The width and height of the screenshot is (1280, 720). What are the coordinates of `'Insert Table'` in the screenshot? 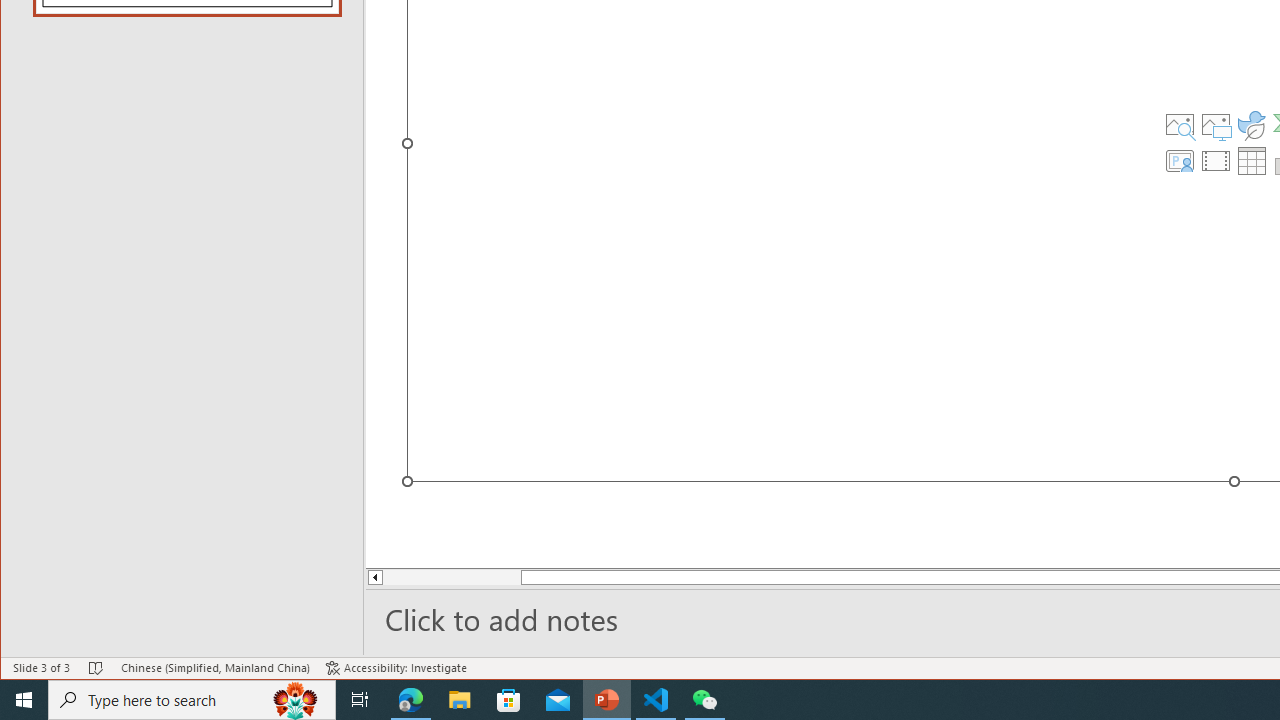 It's located at (1251, 159).